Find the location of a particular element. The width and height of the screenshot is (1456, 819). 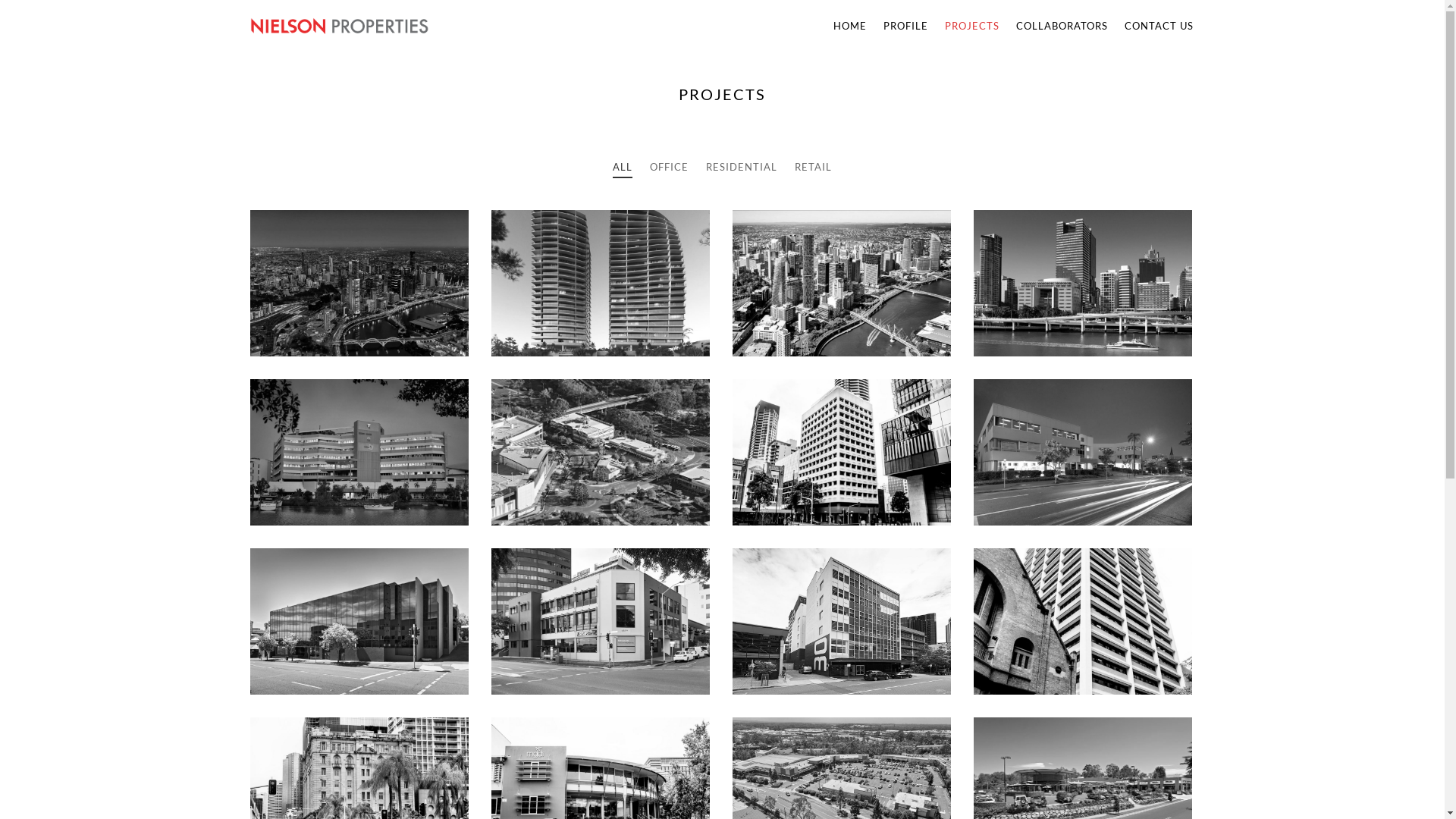

'ALL' is located at coordinates (612, 166).